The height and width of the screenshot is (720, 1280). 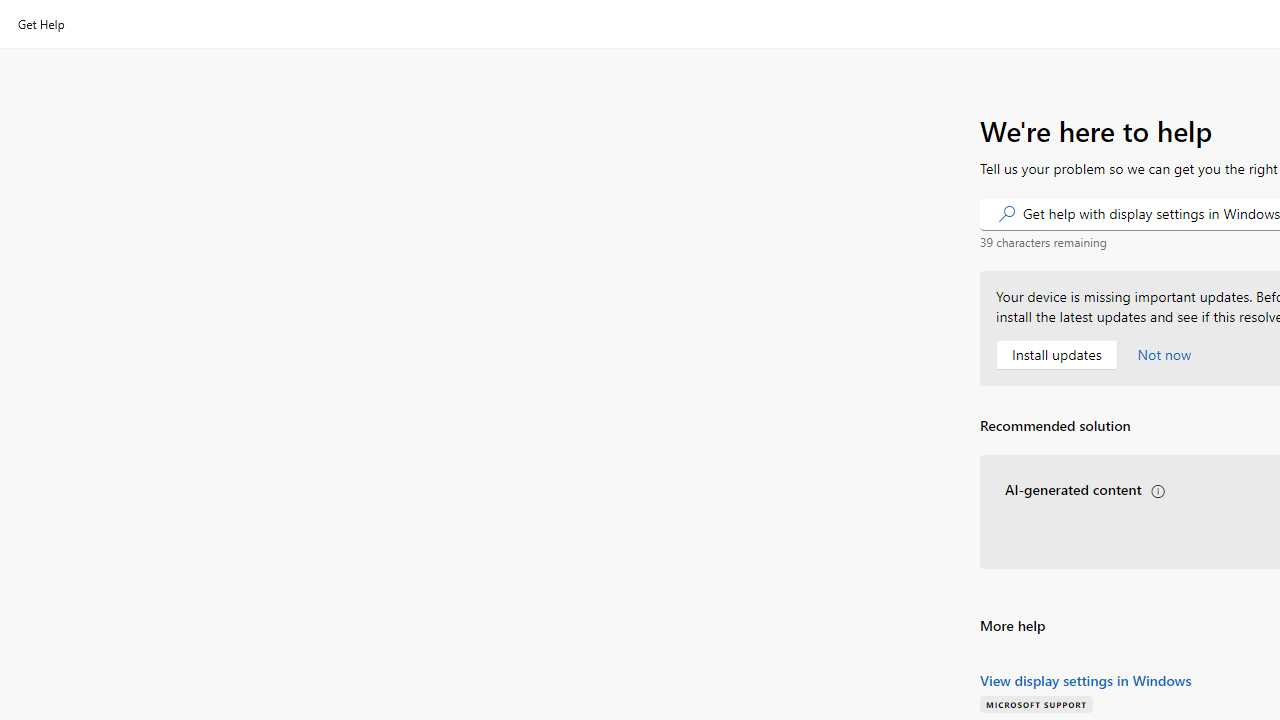 What do you see at coordinates (10, 11) in the screenshot?
I see `'System'` at bounding box center [10, 11].